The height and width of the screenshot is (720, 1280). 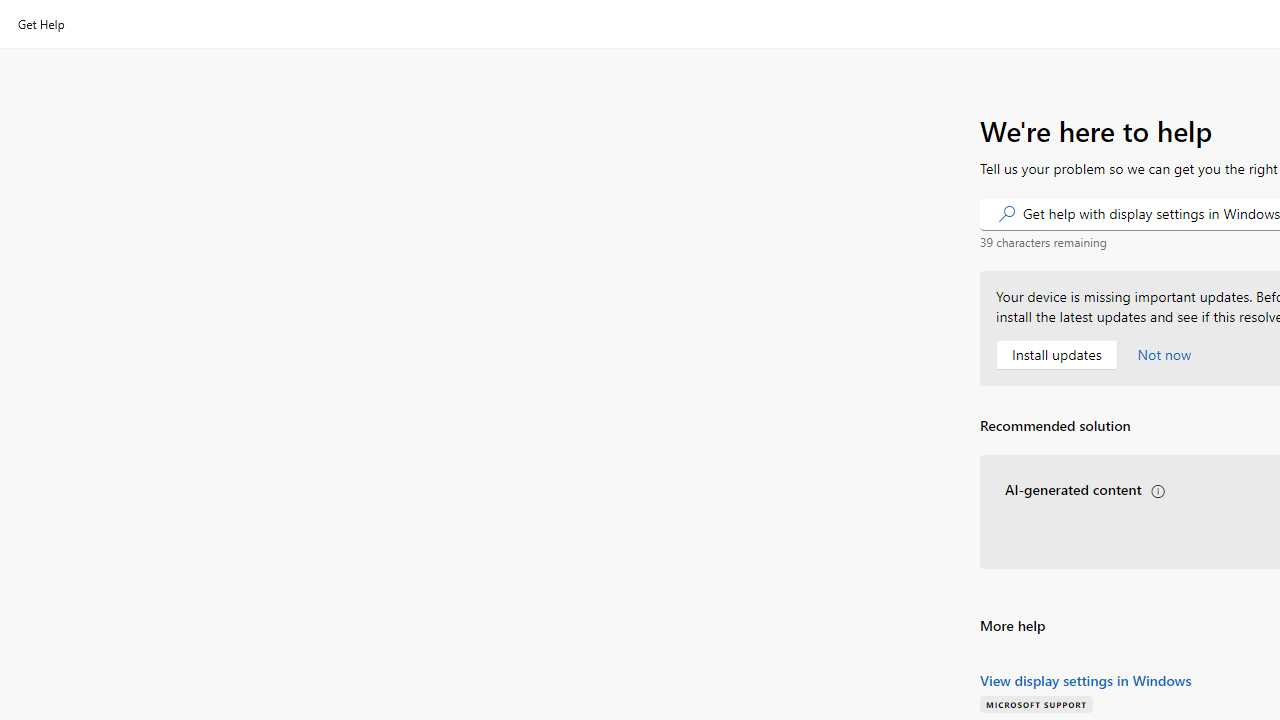 What do you see at coordinates (10, 11) in the screenshot?
I see `'System'` at bounding box center [10, 11].